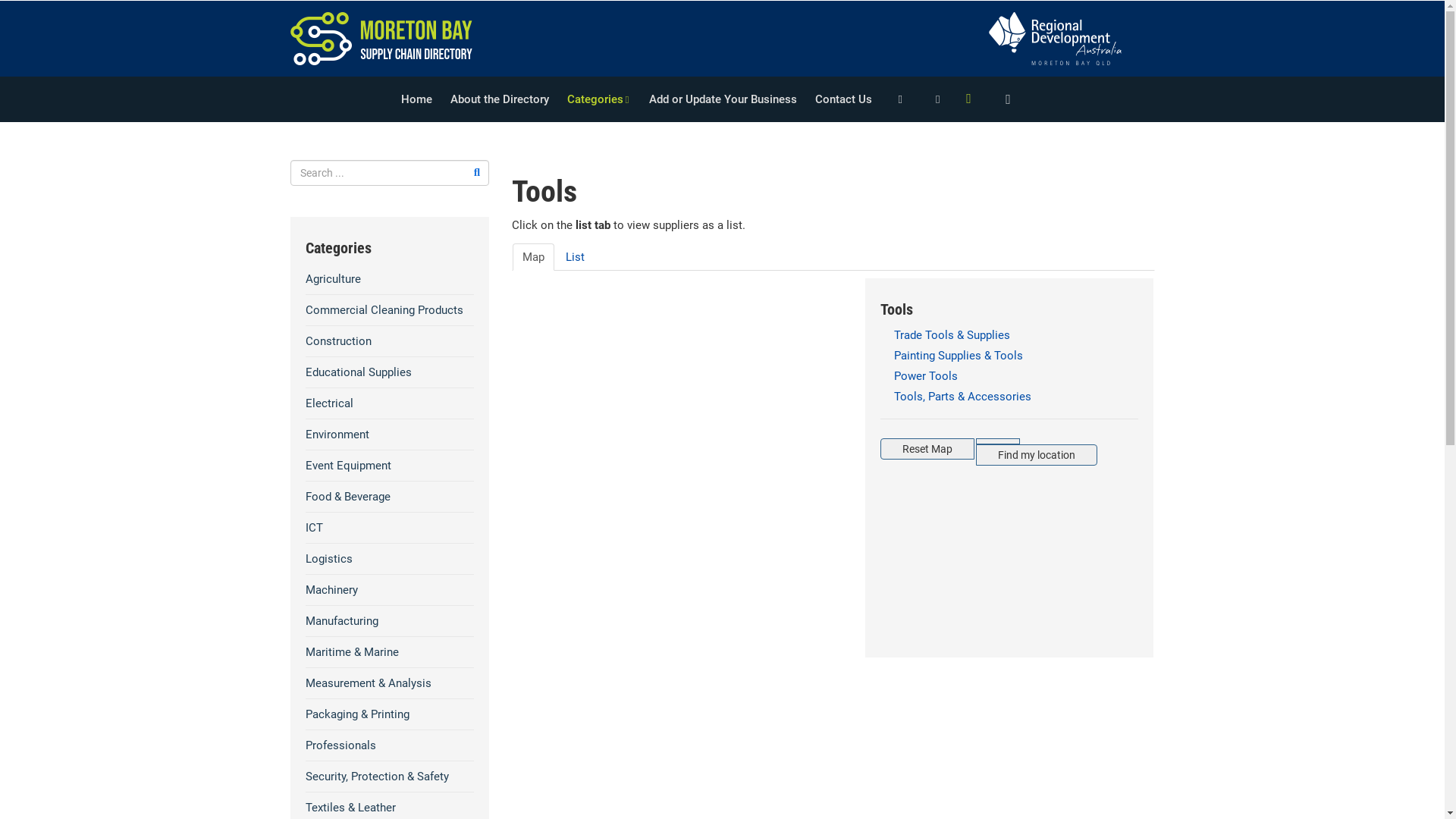 This screenshot has height=819, width=1456. Describe the element at coordinates (513, 256) in the screenshot. I see `'Map'` at that location.